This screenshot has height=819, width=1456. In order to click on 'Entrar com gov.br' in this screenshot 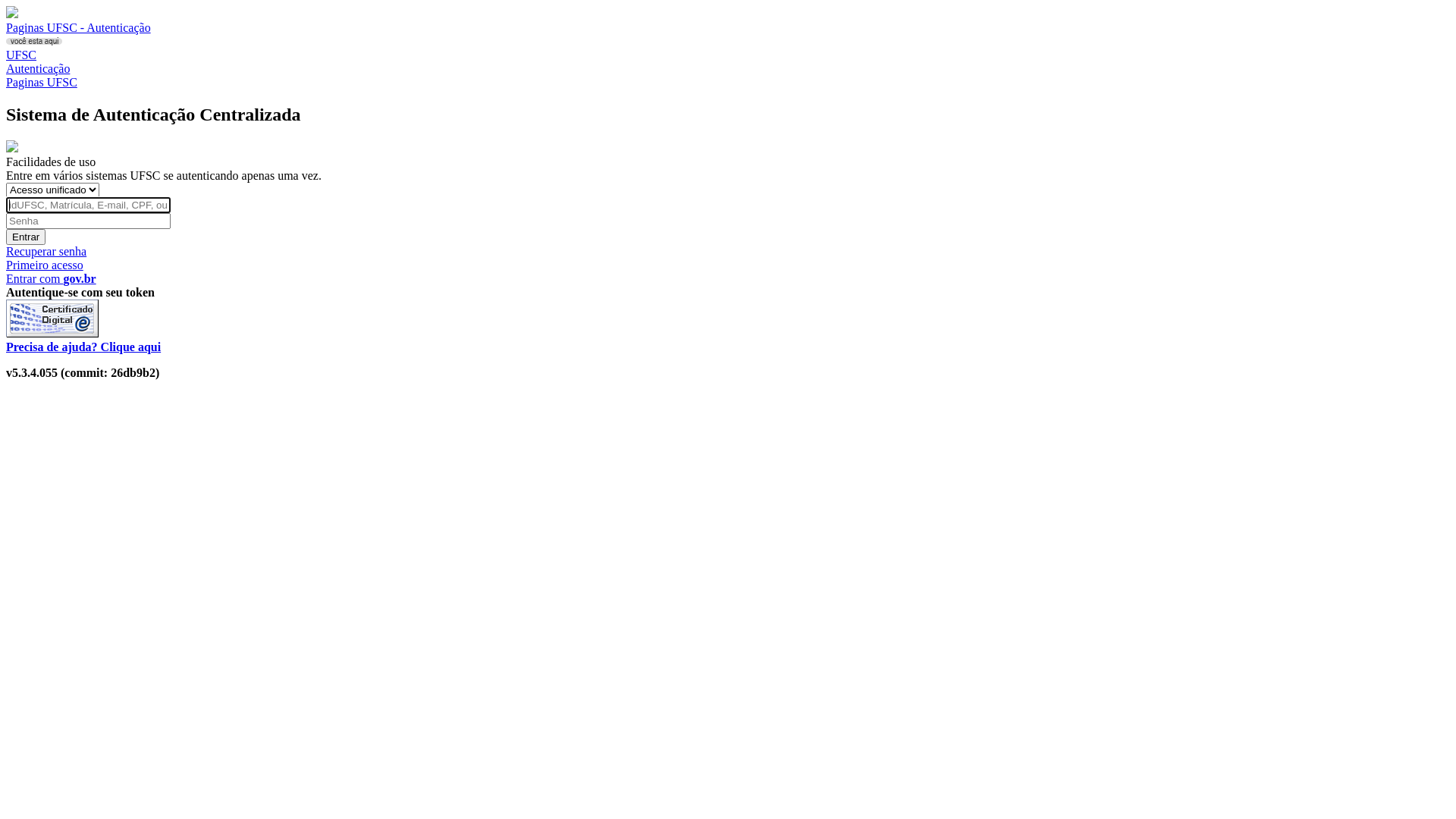, I will do `click(51, 278)`.